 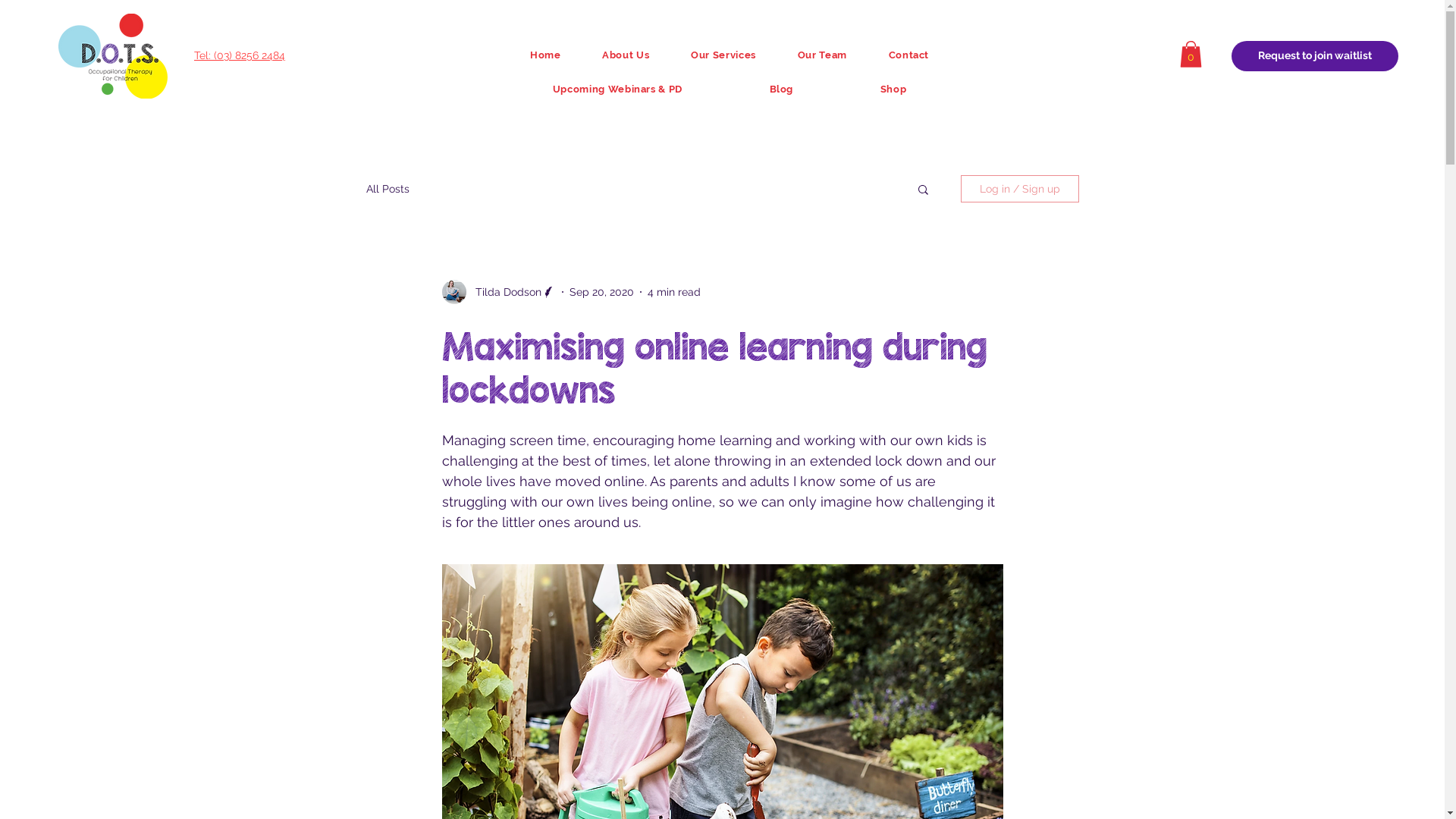 I want to click on 'Home', so click(x=513, y=55).